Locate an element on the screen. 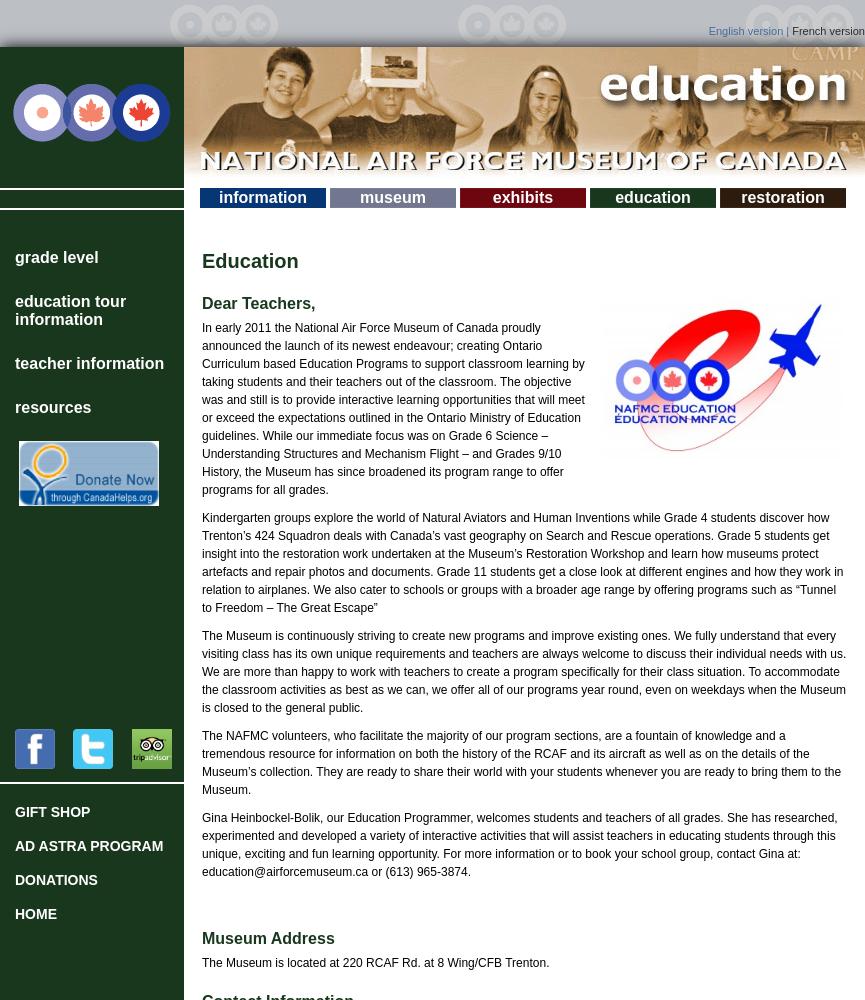  'exhibits' is located at coordinates (521, 196).